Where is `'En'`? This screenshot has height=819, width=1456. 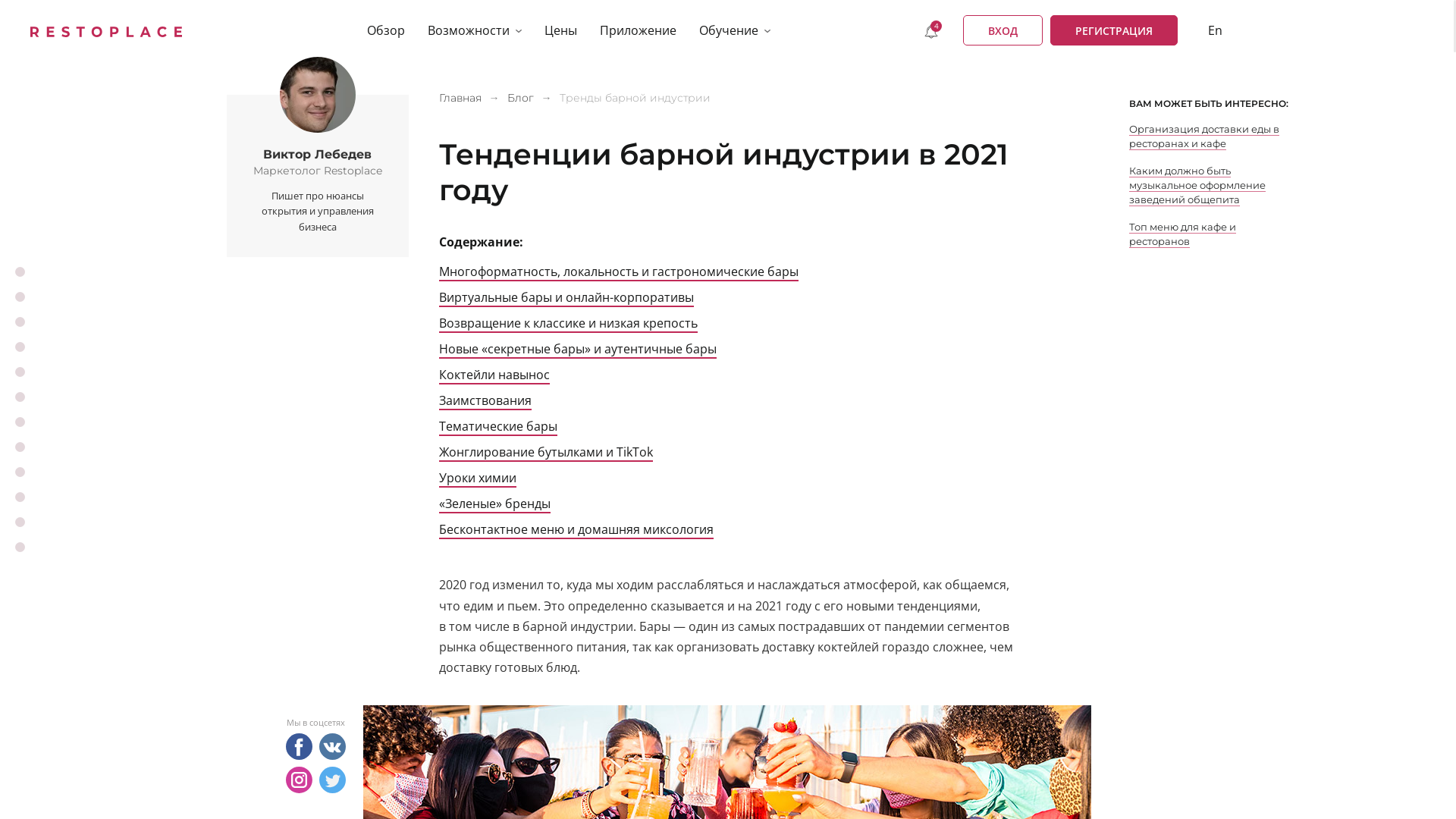 'En' is located at coordinates (1215, 30).